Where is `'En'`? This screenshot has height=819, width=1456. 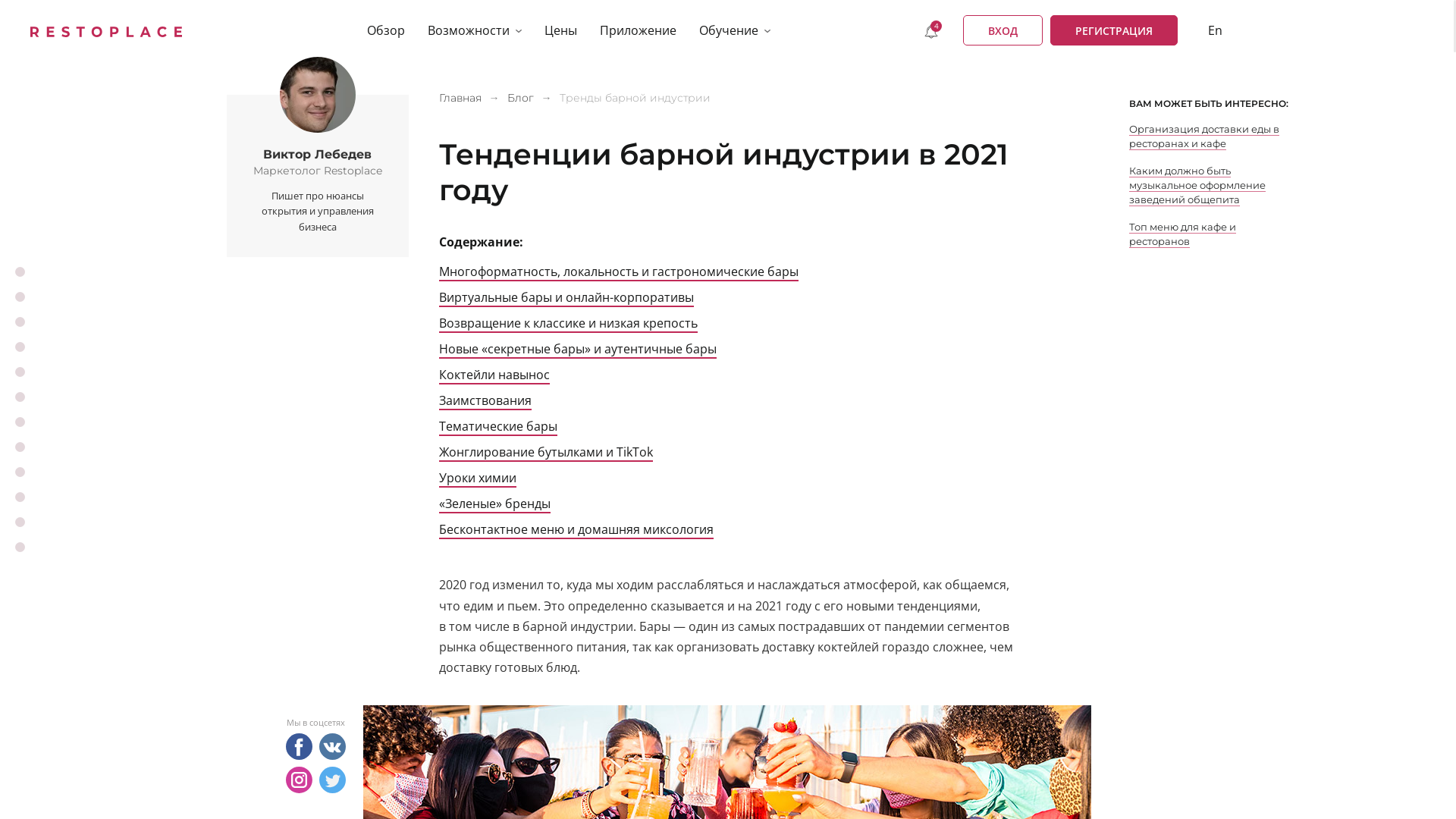 'En' is located at coordinates (1215, 30).